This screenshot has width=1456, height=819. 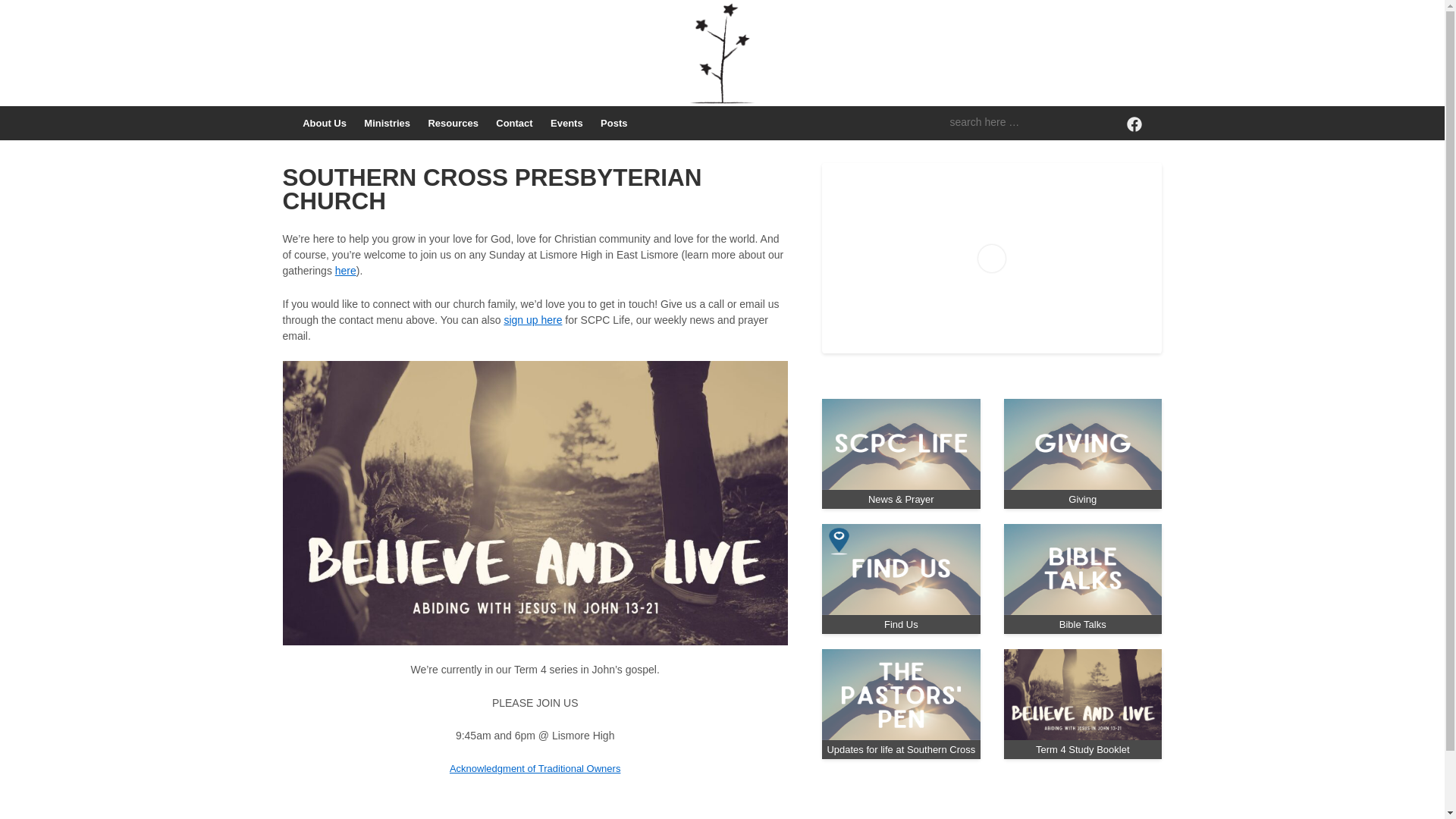 What do you see at coordinates (324, 122) in the screenshot?
I see `'About Us'` at bounding box center [324, 122].